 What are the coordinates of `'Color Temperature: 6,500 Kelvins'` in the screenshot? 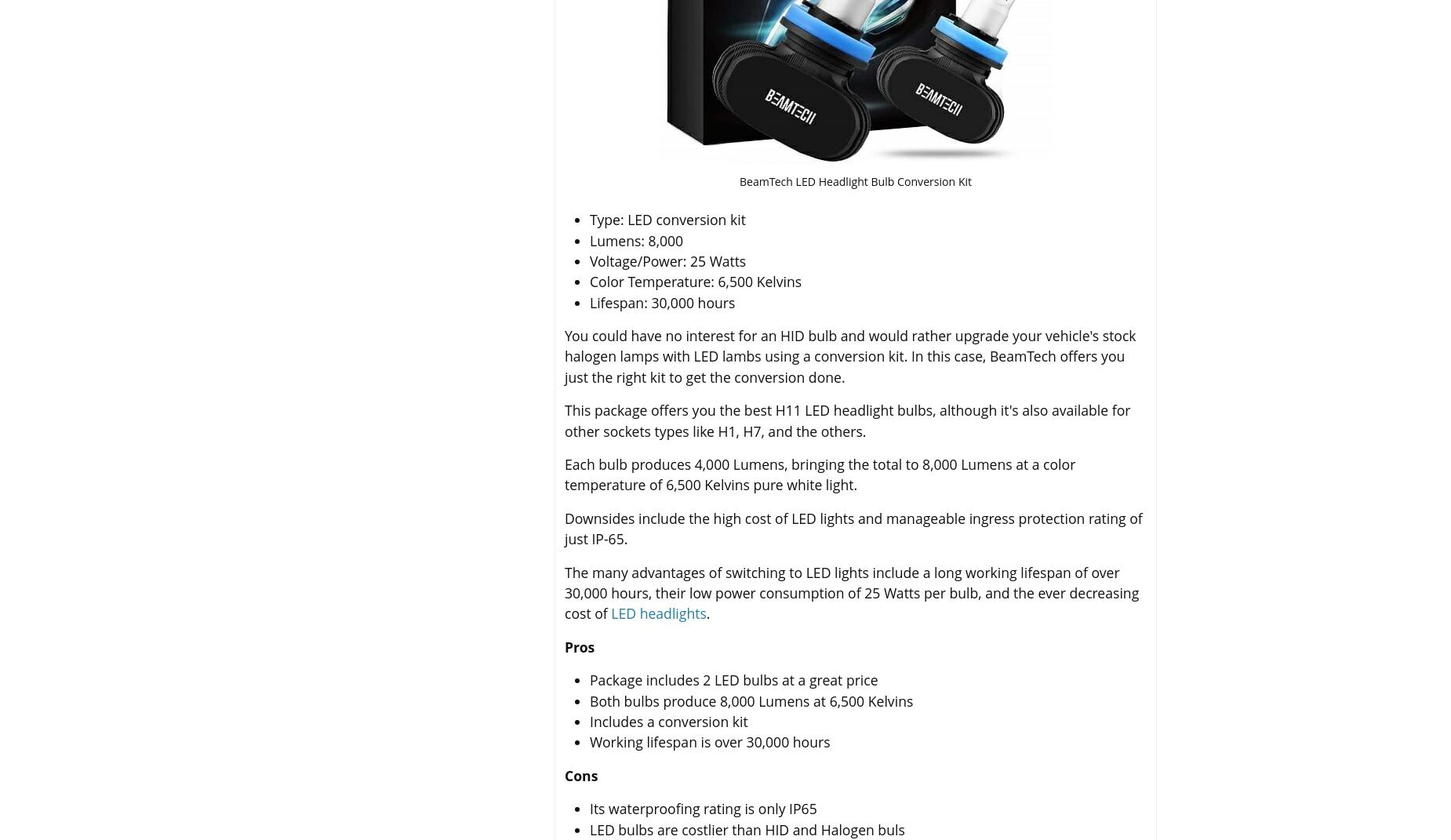 It's located at (696, 280).